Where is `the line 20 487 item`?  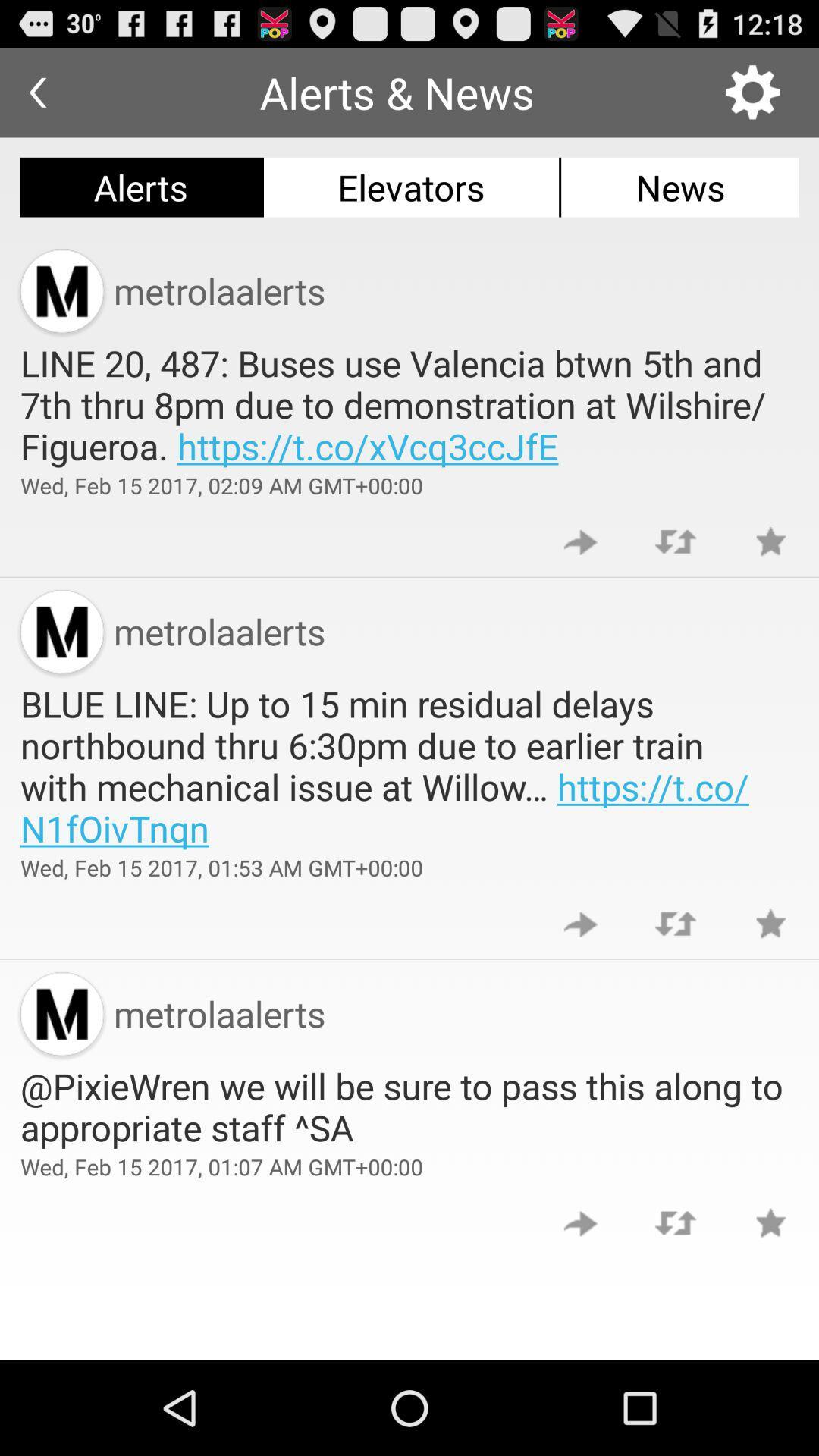
the line 20 487 item is located at coordinates (409, 404).